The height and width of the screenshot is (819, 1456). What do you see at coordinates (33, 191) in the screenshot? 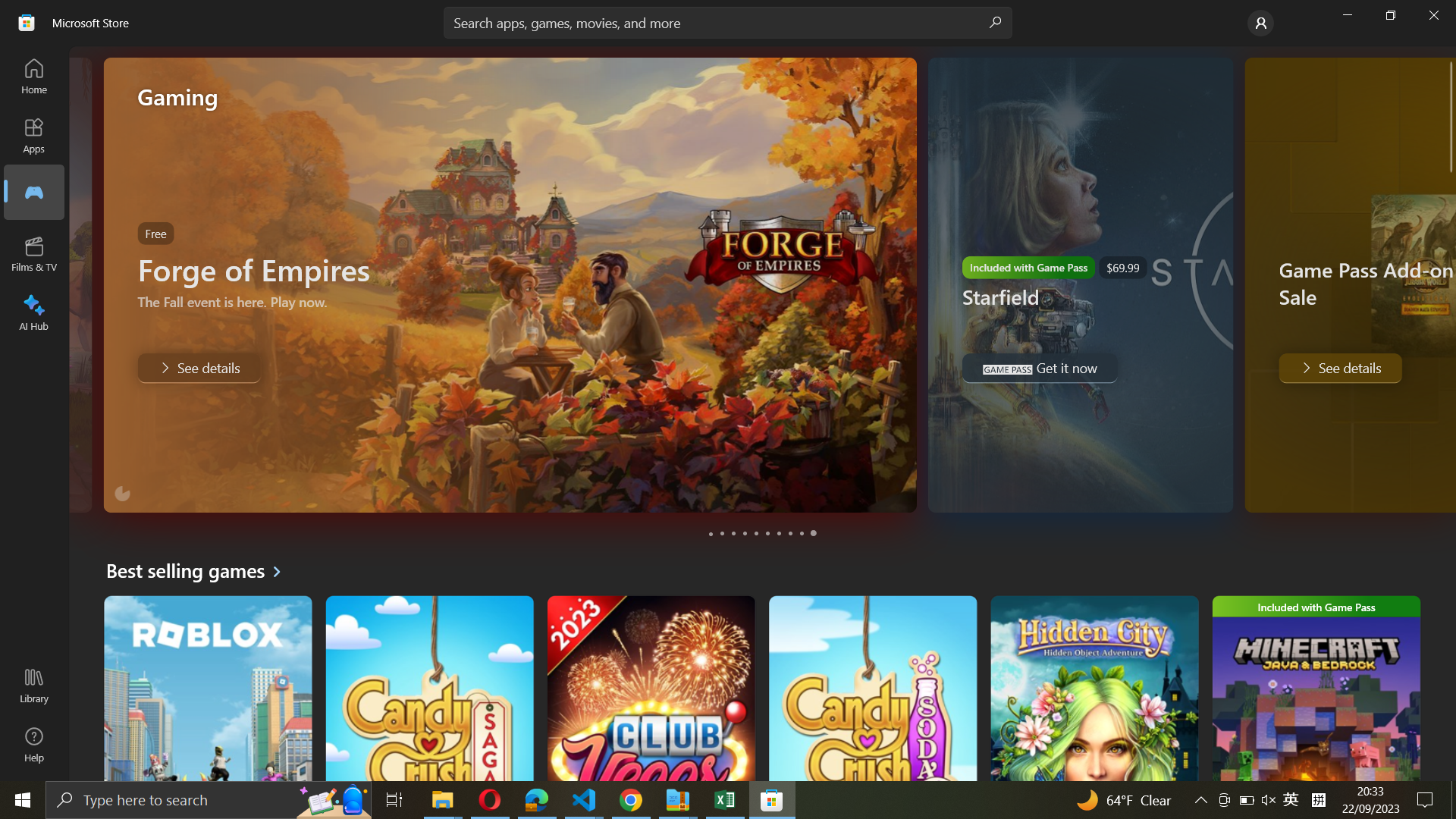
I see `Films & TV tab from the main menu` at bounding box center [33, 191].